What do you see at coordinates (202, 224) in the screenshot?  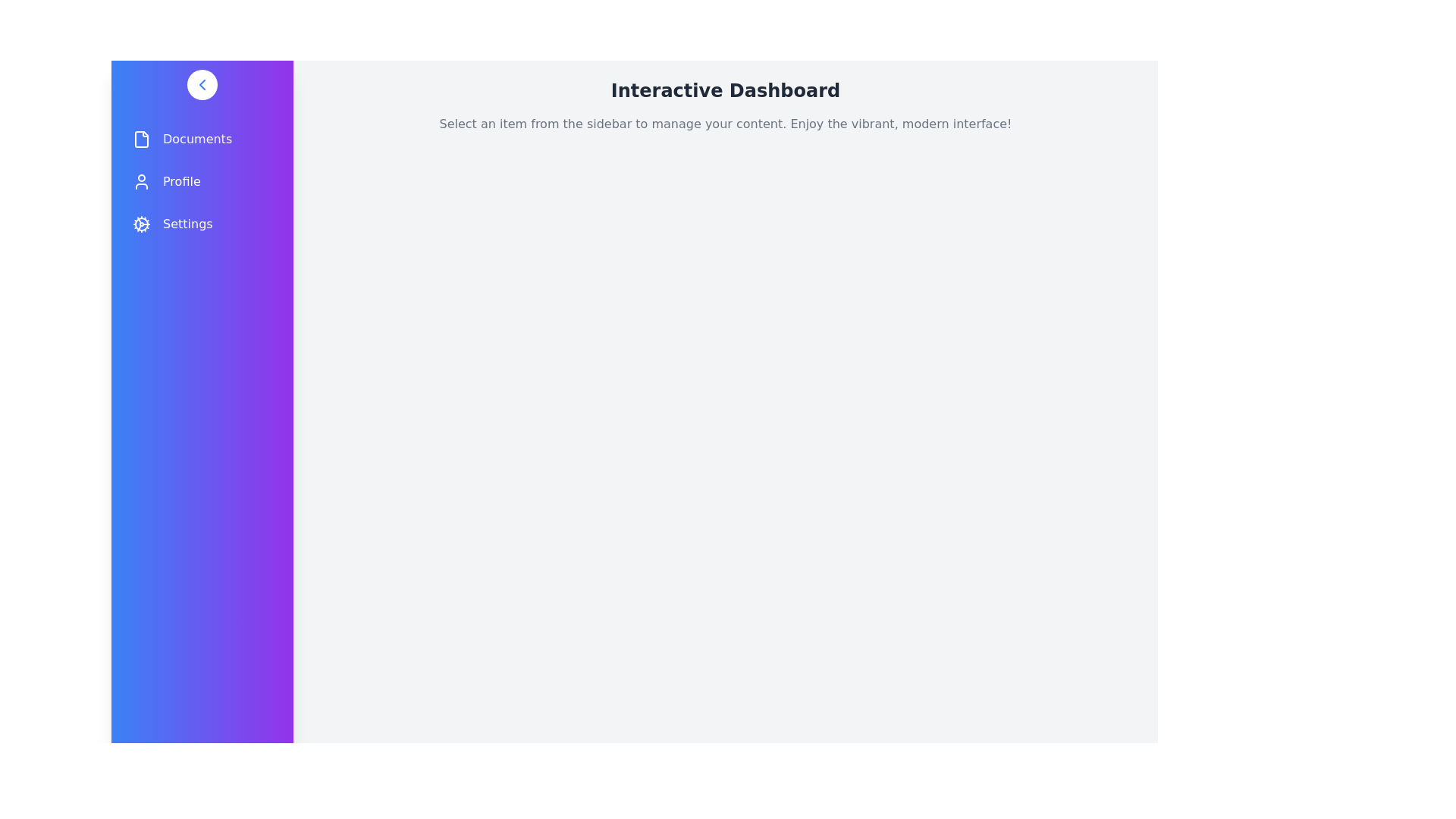 I see `the navigation item labeled Settings` at bounding box center [202, 224].